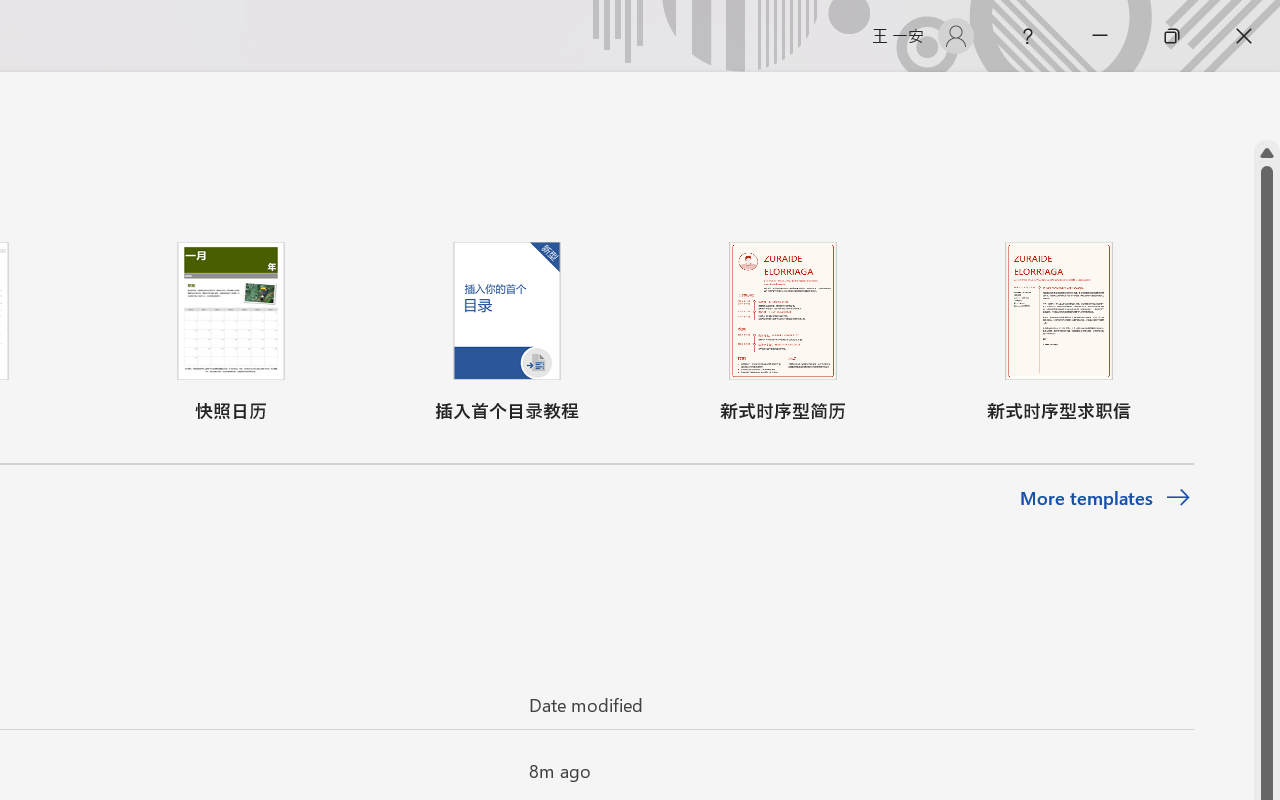  I want to click on 'Line up', so click(1266, 153).